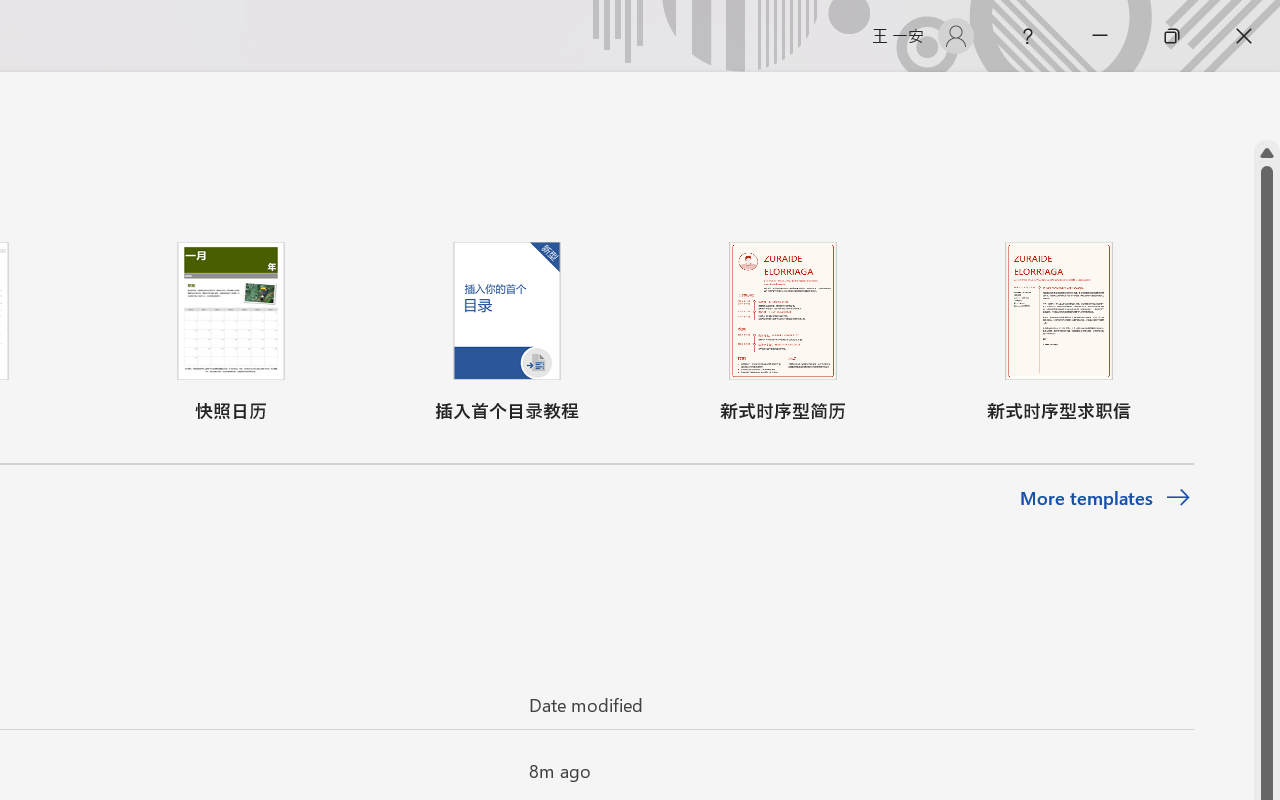  I want to click on 'Line up', so click(1266, 153).